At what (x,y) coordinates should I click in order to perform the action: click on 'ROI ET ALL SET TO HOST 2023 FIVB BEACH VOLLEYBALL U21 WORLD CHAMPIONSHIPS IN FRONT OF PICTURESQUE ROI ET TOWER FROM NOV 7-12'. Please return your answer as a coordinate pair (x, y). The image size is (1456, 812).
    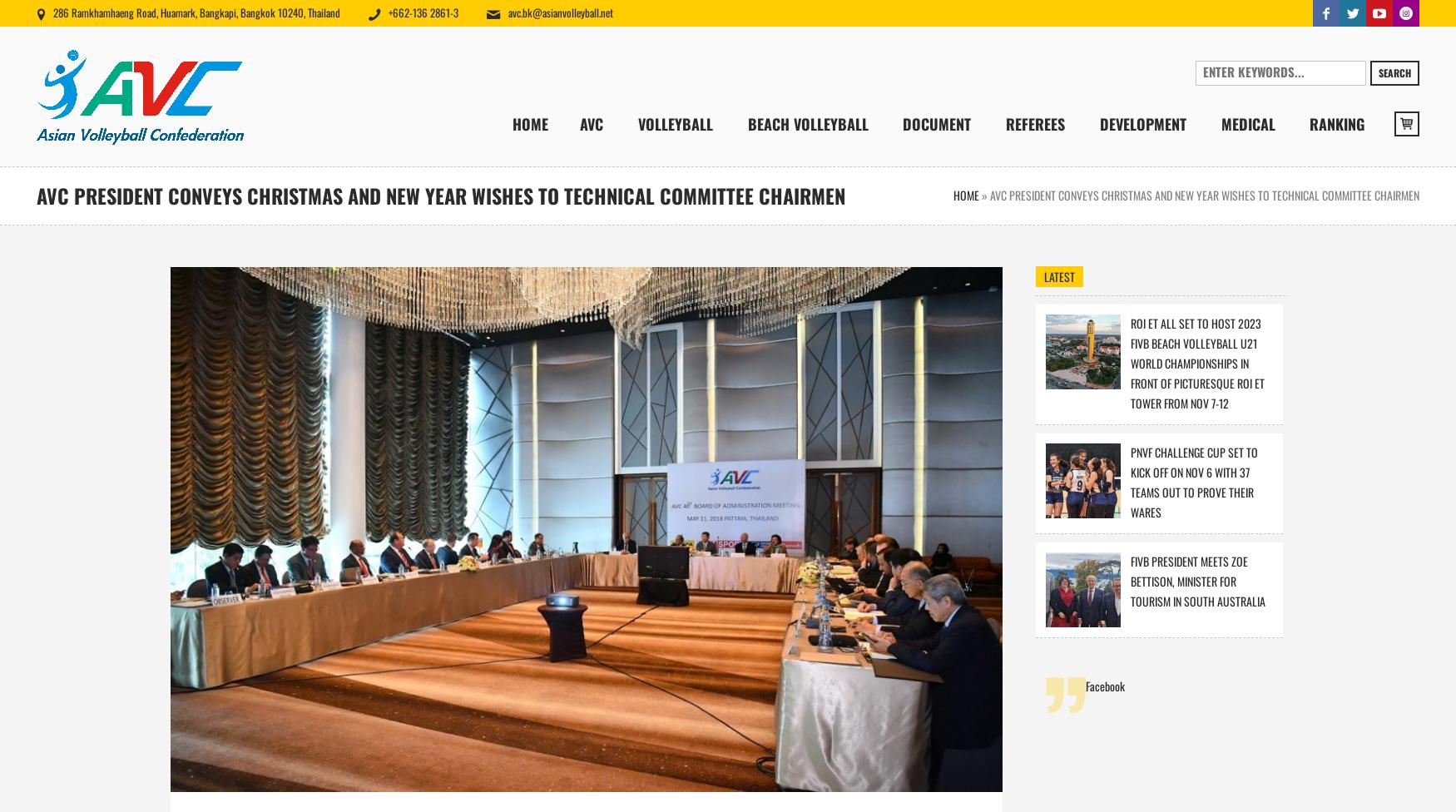
    Looking at the image, I should click on (1196, 362).